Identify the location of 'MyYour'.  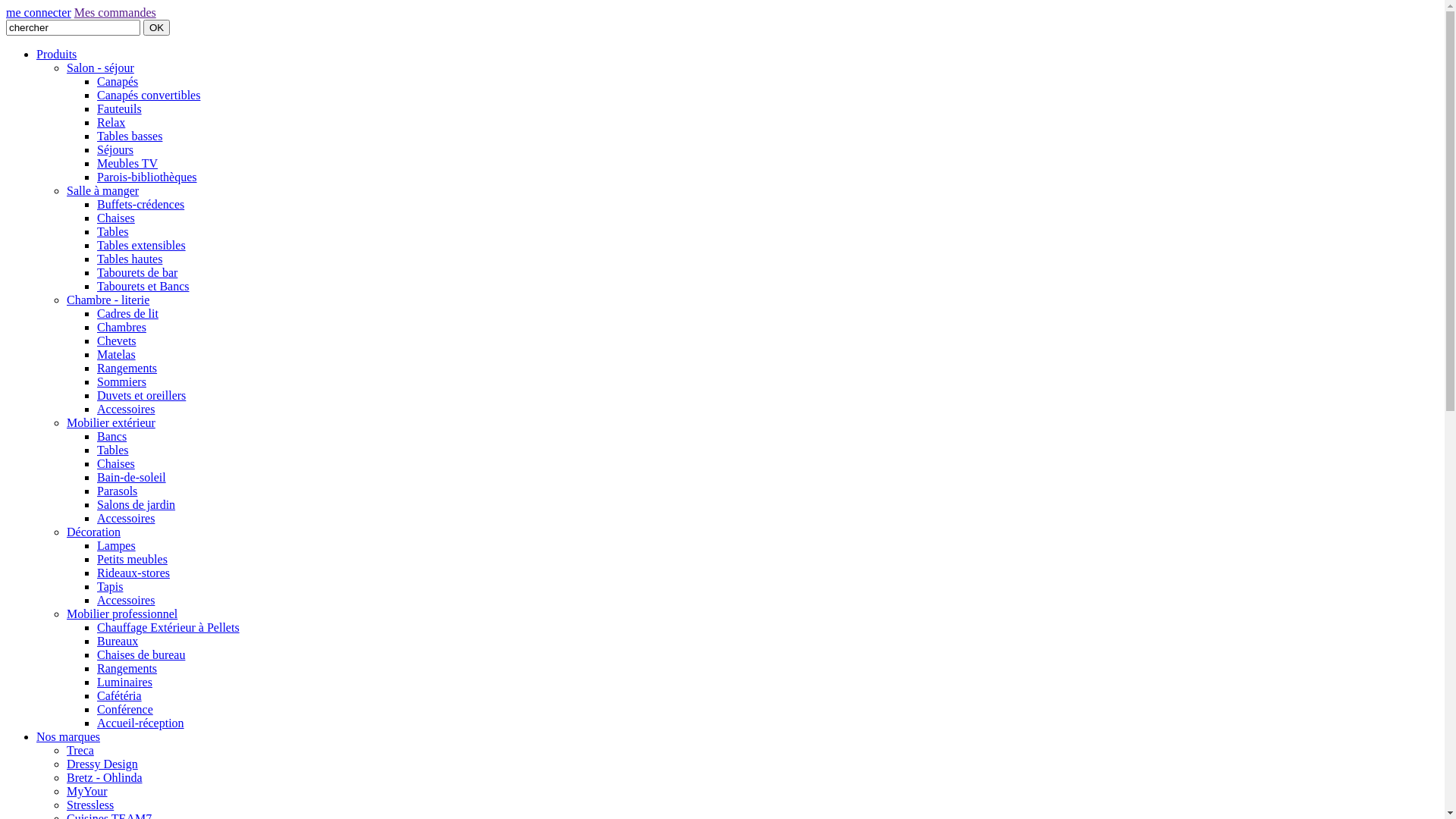
(86, 790).